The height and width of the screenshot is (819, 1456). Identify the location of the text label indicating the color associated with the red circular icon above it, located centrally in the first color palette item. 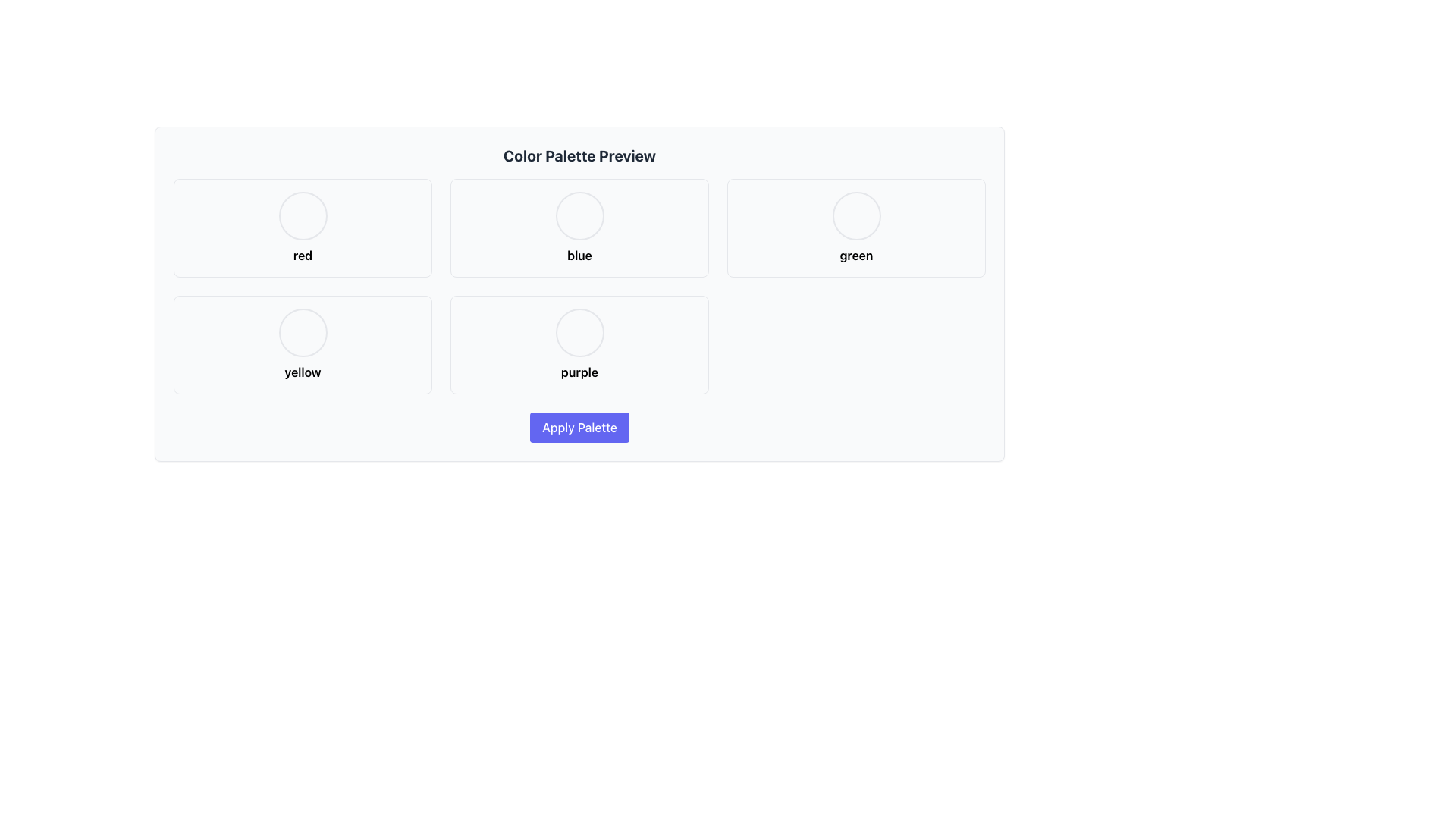
(303, 254).